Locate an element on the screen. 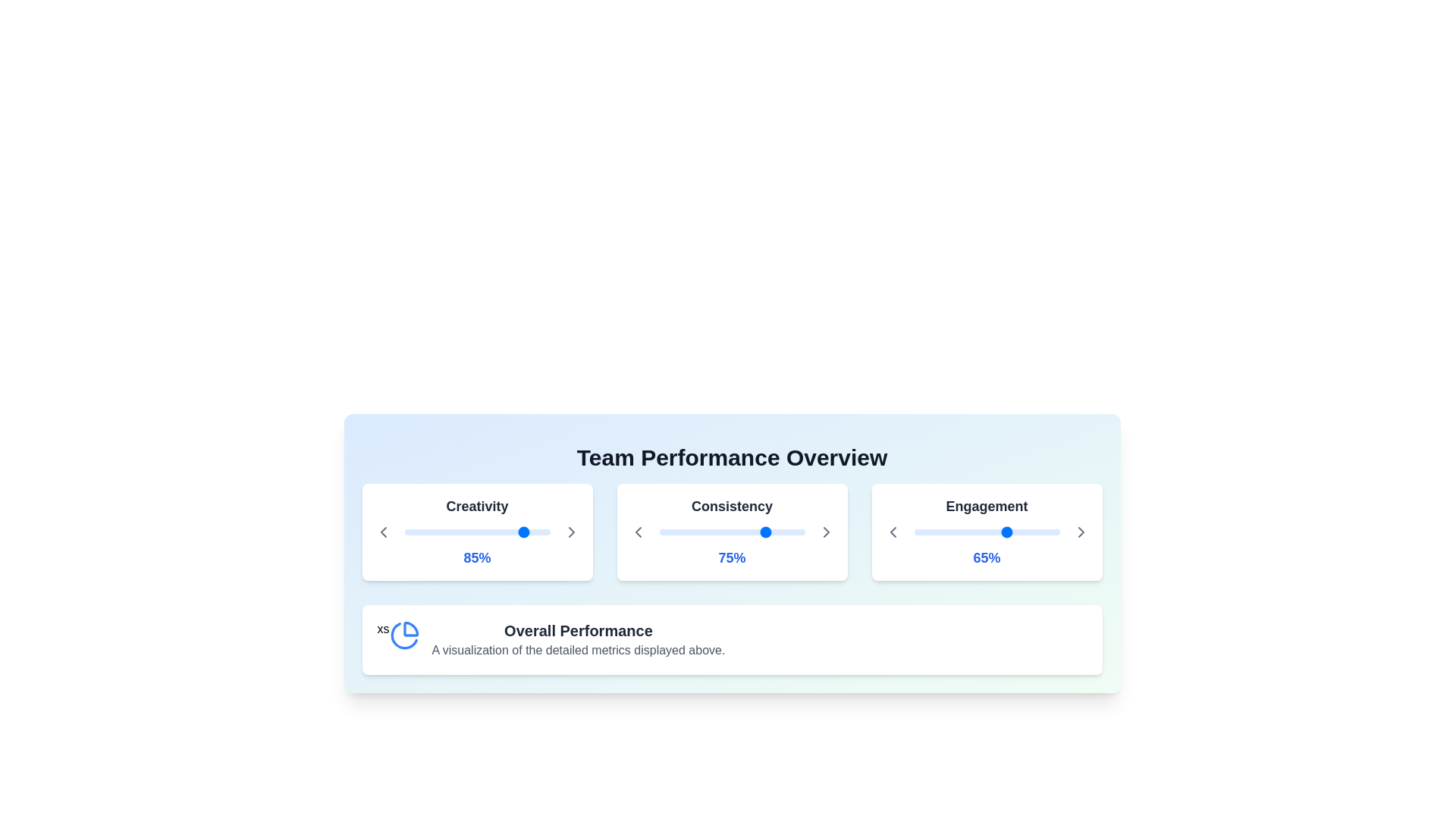 The image size is (1456, 819). the 'Engagement' text label, which is styled in bold and dark gray, located at the top-center of the rightmost card in a row of three cards is located at coordinates (987, 509).